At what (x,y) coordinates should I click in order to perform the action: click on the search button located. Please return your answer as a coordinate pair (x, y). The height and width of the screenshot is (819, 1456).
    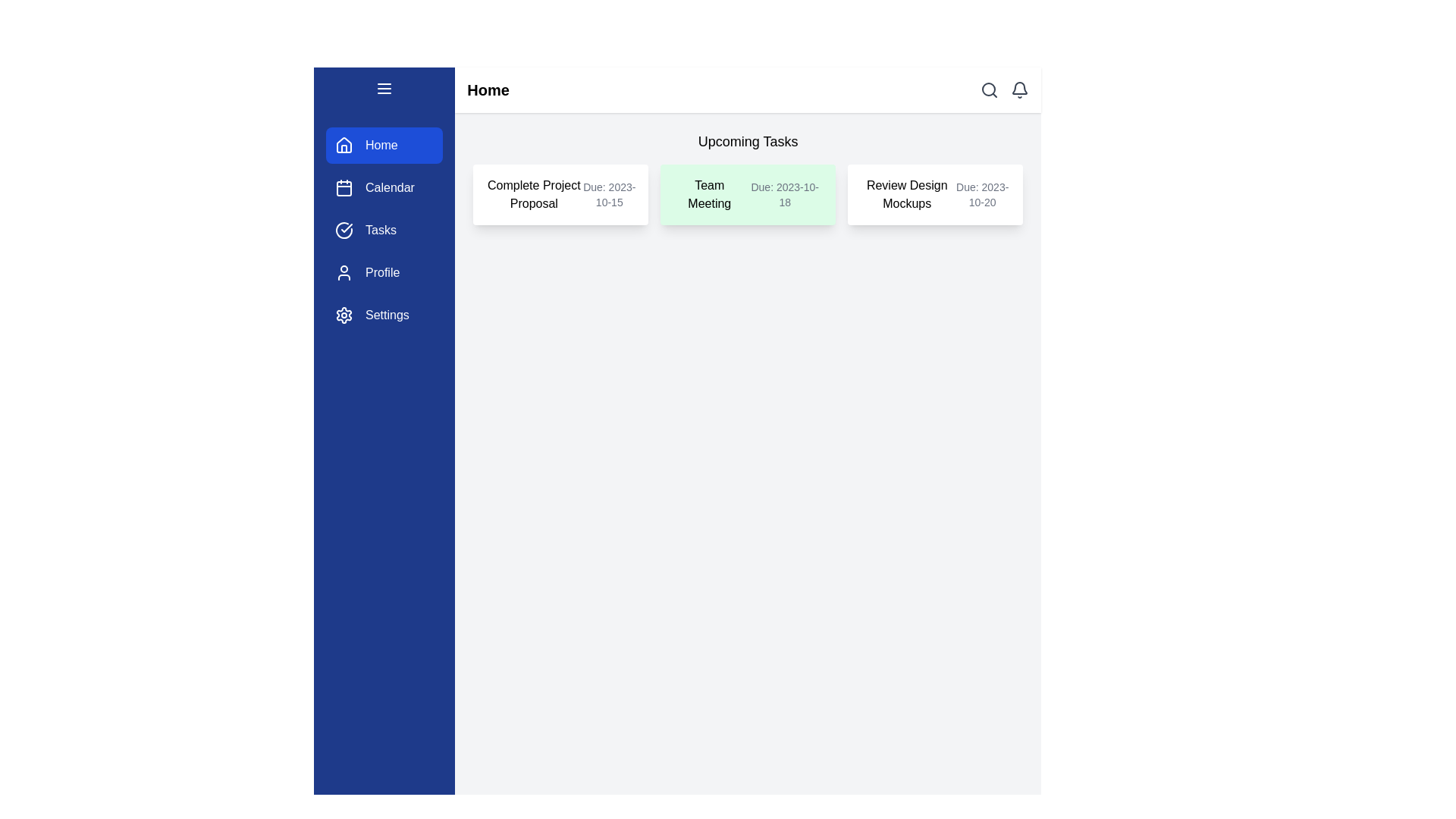
    Looking at the image, I should click on (990, 90).